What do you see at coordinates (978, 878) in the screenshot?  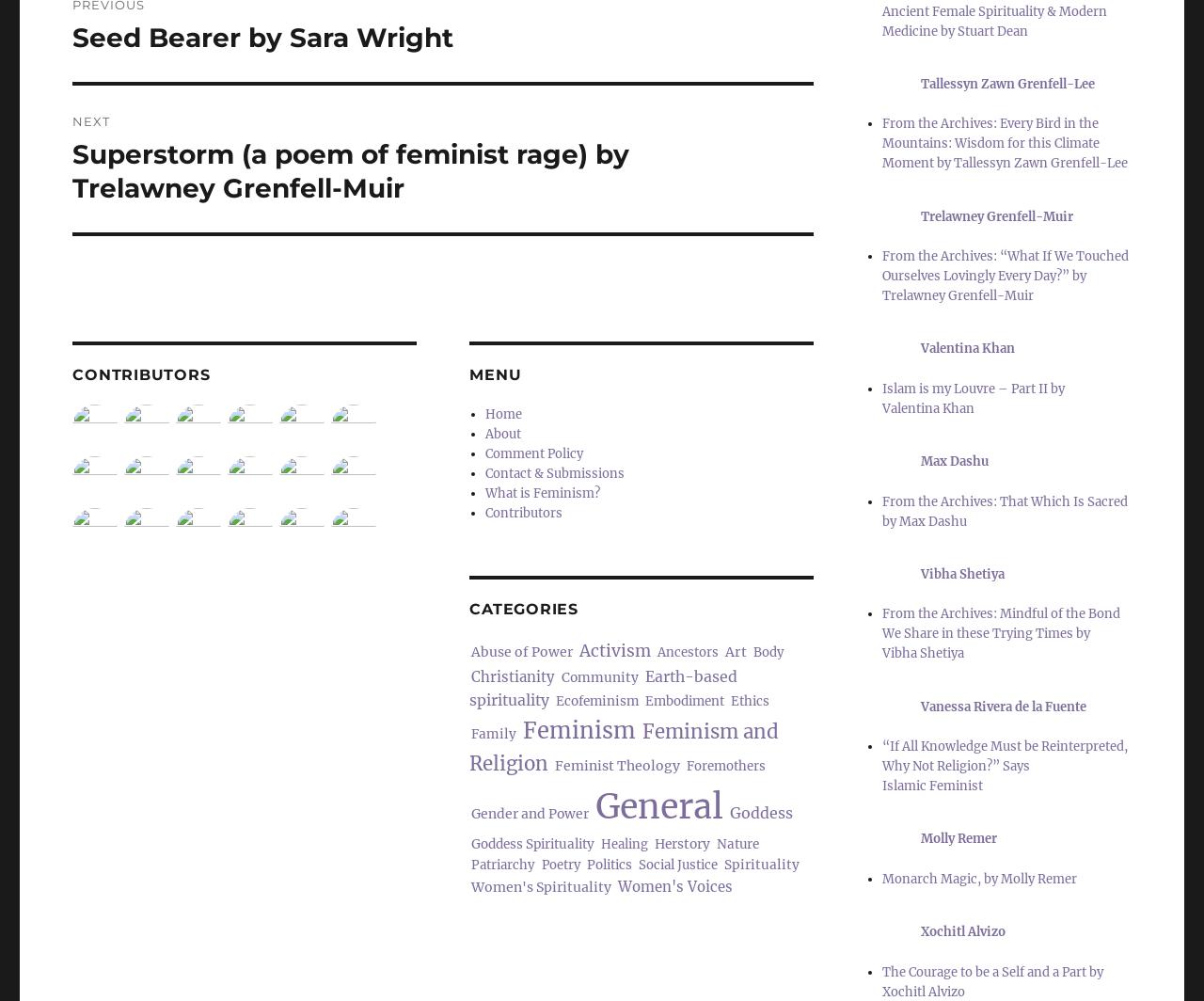 I see `'Monarch Magic, by Molly Remer'` at bounding box center [978, 878].